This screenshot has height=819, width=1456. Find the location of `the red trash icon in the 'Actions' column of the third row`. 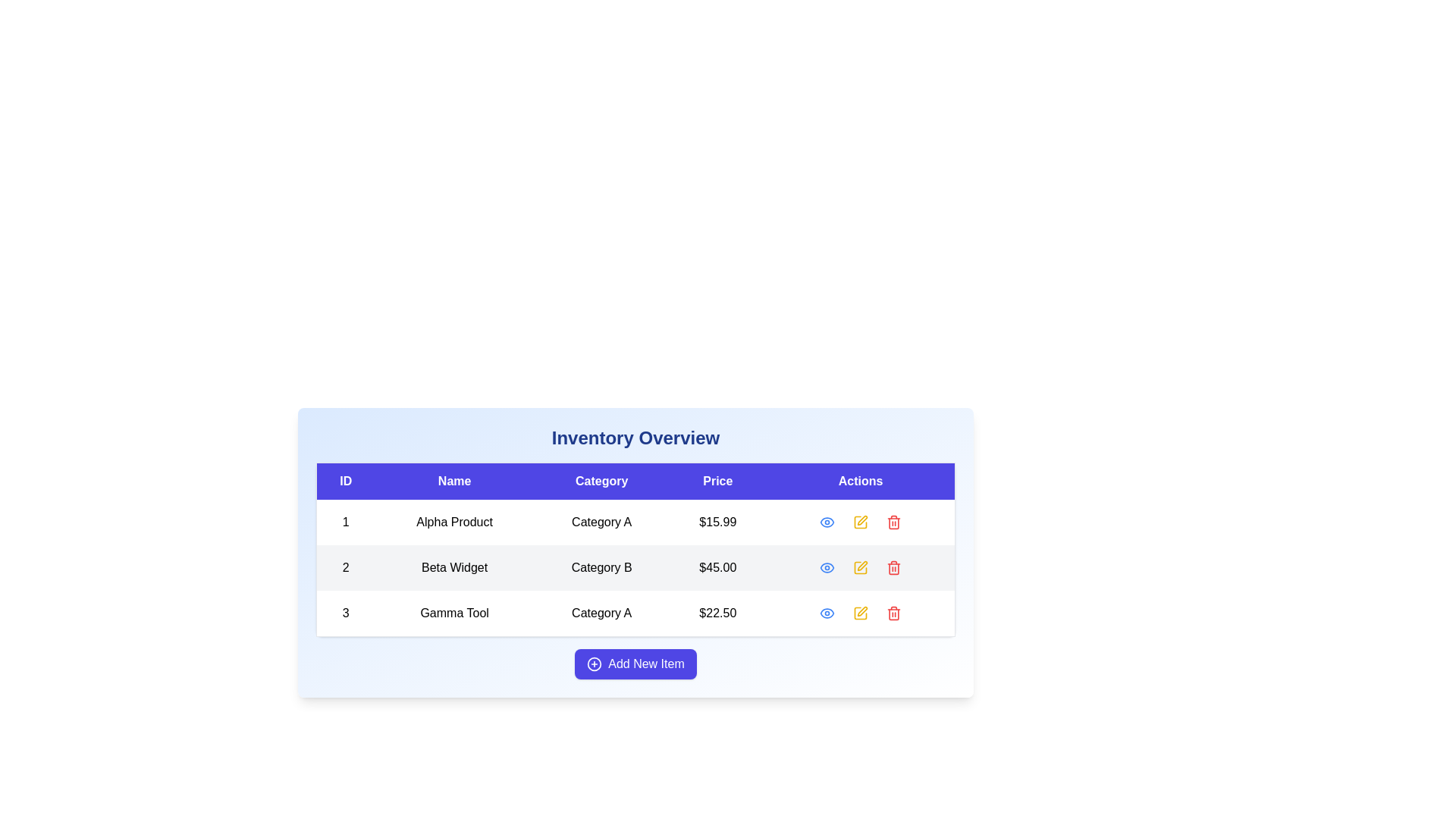

the red trash icon in the 'Actions' column of the third row is located at coordinates (894, 613).